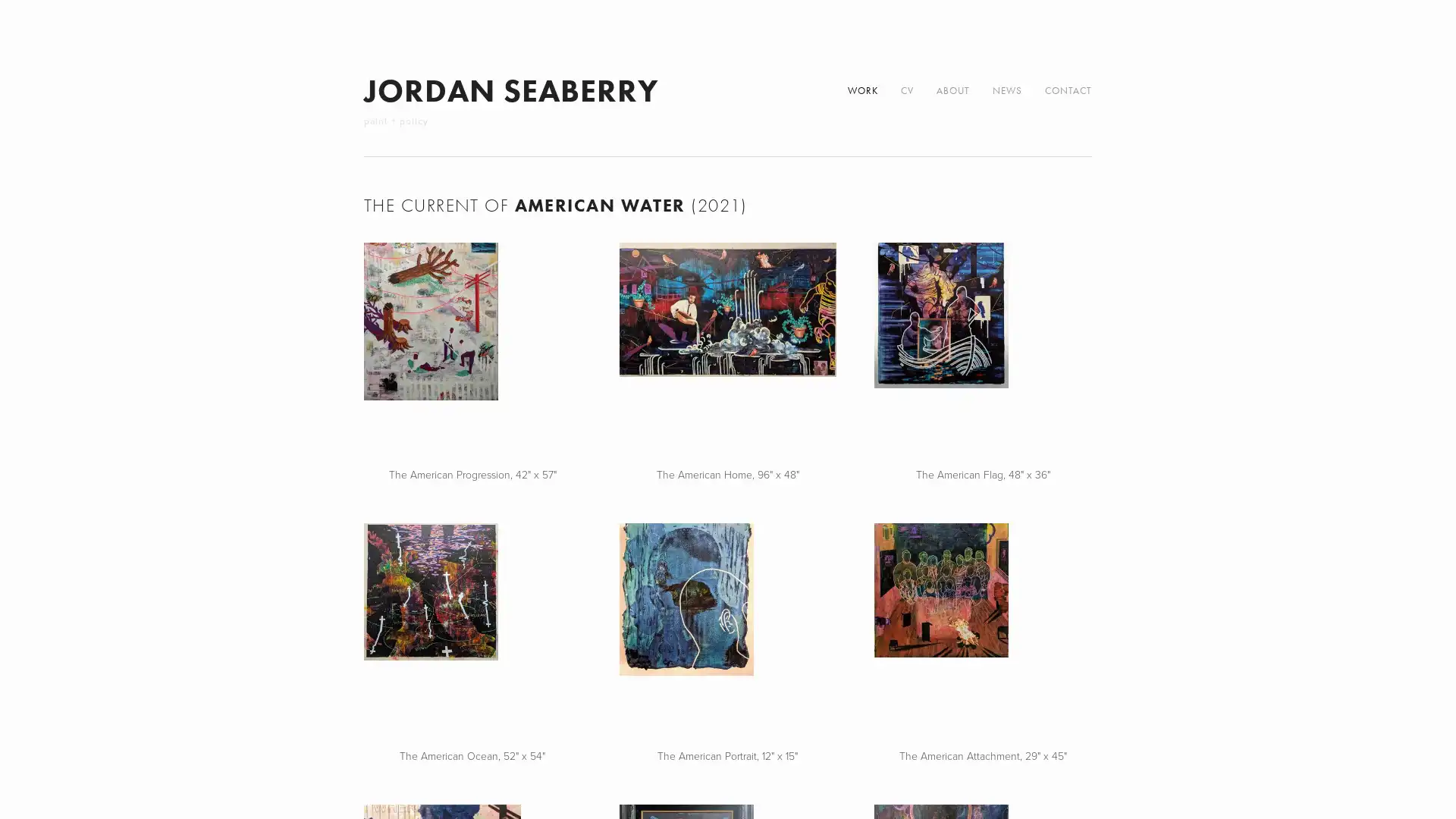 Image resolution: width=1456 pixels, height=819 pixels. What do you see at coordinates (726, 350) in the screenshot?
I see `View fullsize The American Home, 96" x 48"` at bounding box center [726, 350].